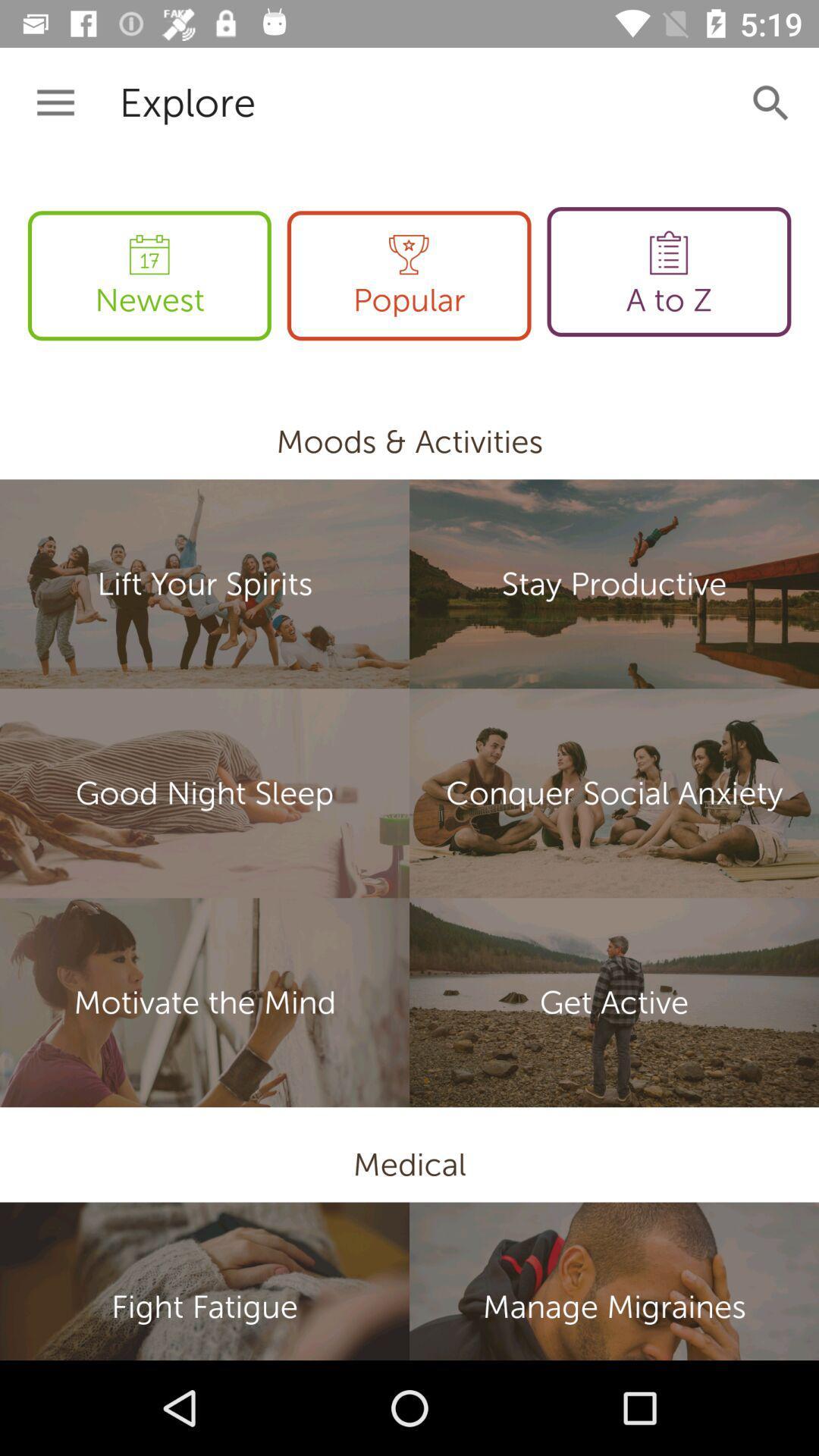  What do you see at coordinates (55, 102) in the screenshot?
I see `the icon above newest item` at bounding box center [55, 102].